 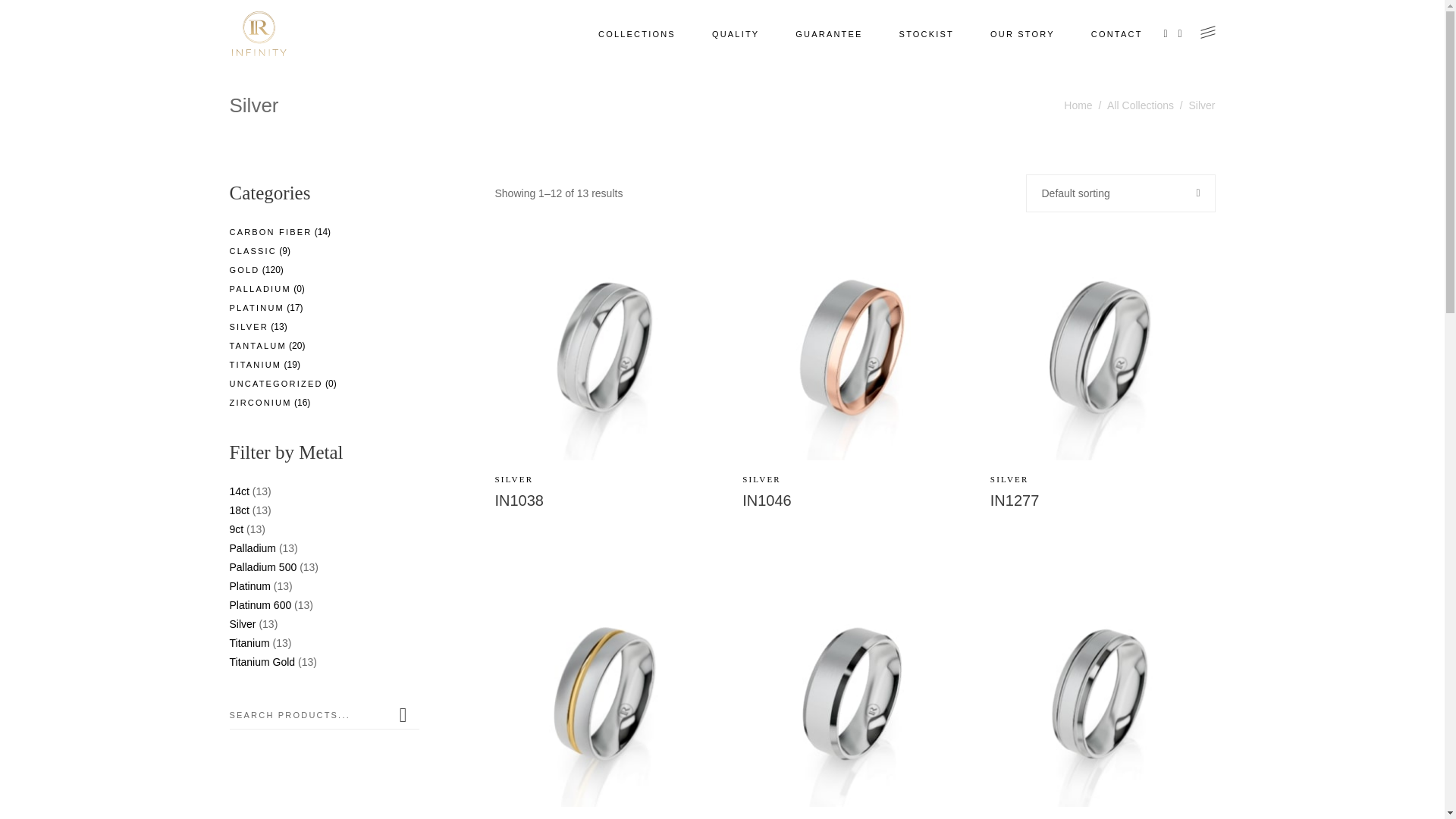 I want to click on 'TITANIUM', so click(x=228, y=365).